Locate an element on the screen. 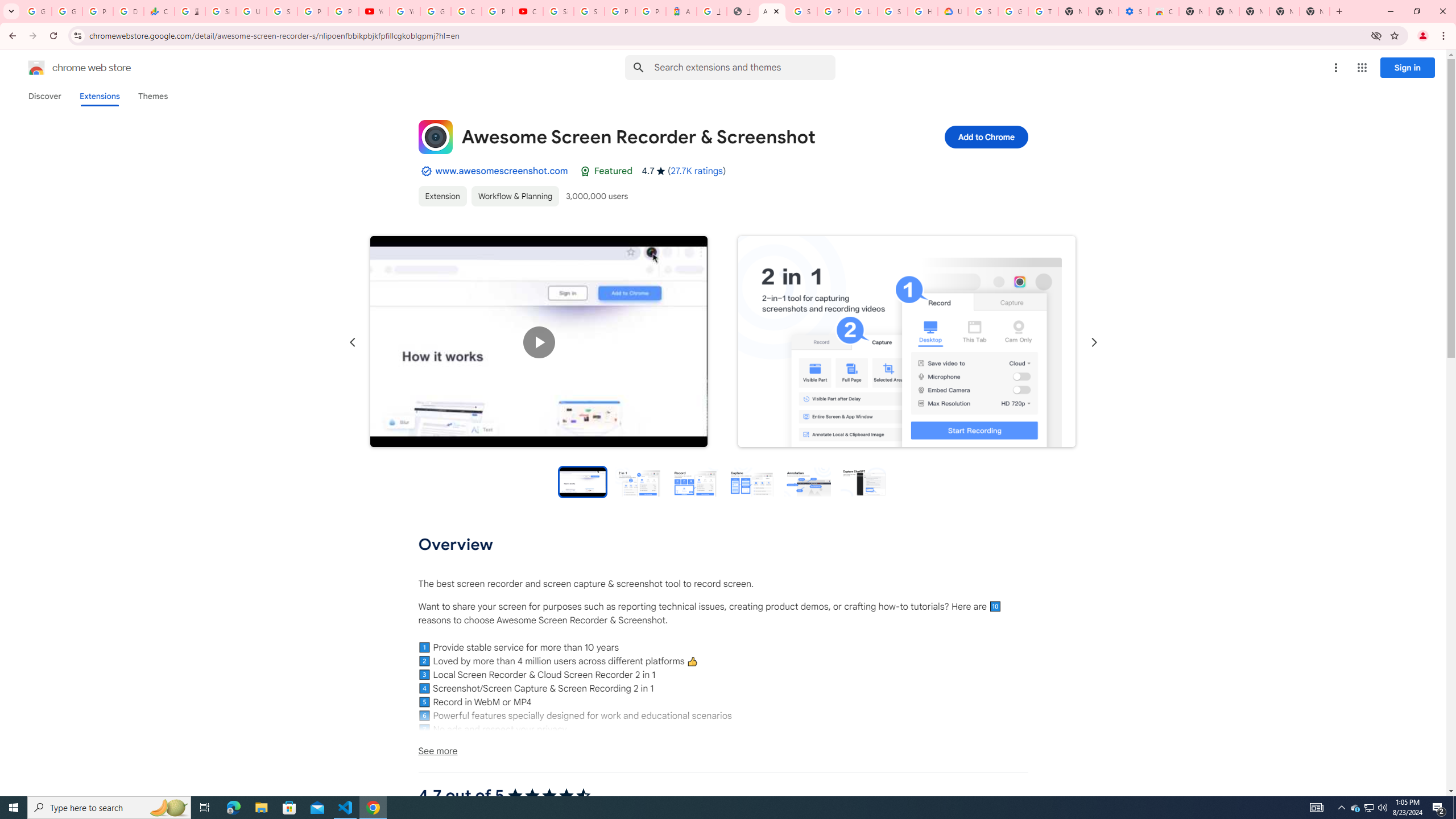  'Next slide' is located at coordinates (1093, 342).